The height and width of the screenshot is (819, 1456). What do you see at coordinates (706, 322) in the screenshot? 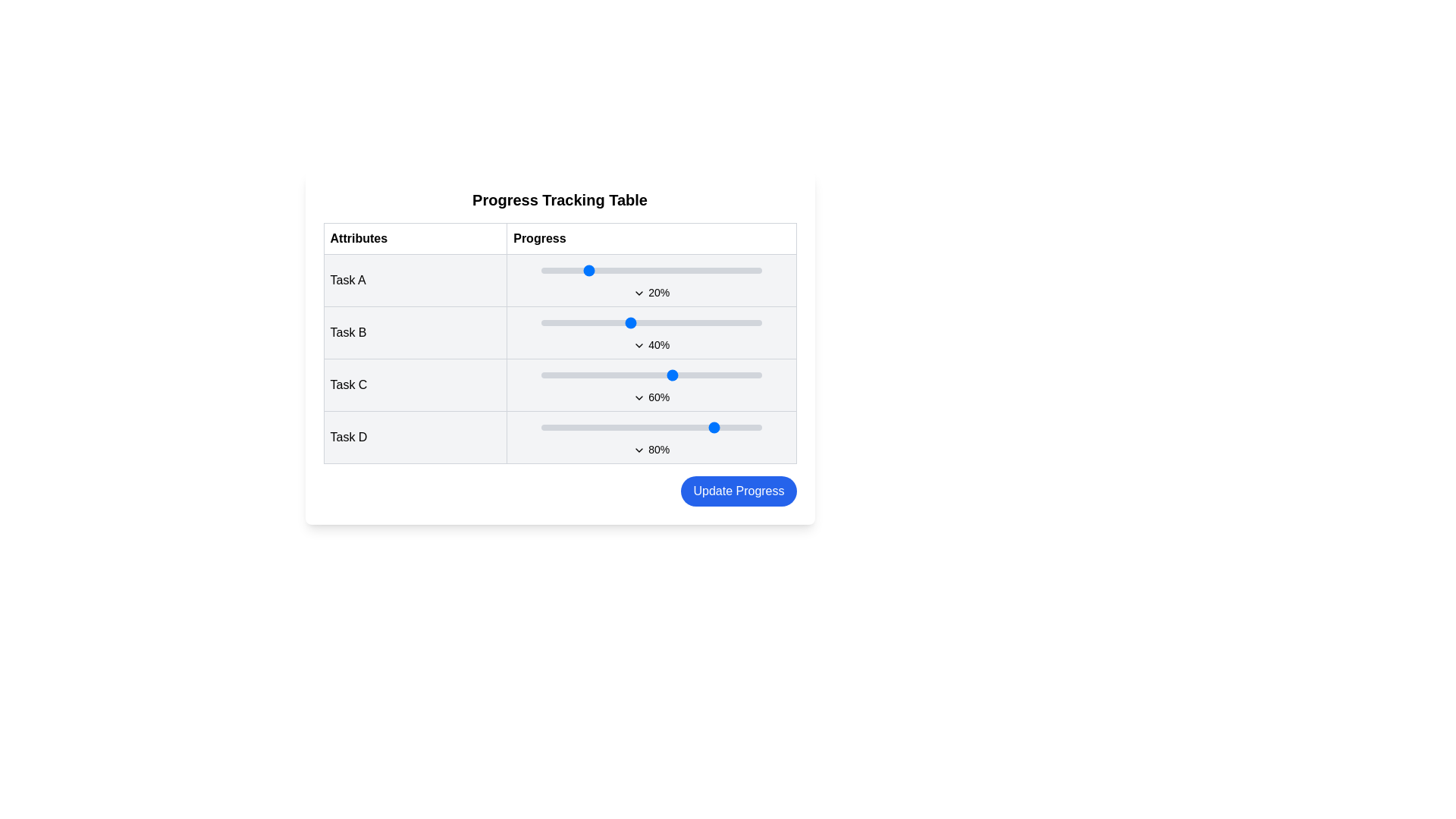
I see `the progress of Task B` at bounding box center [706, 322].